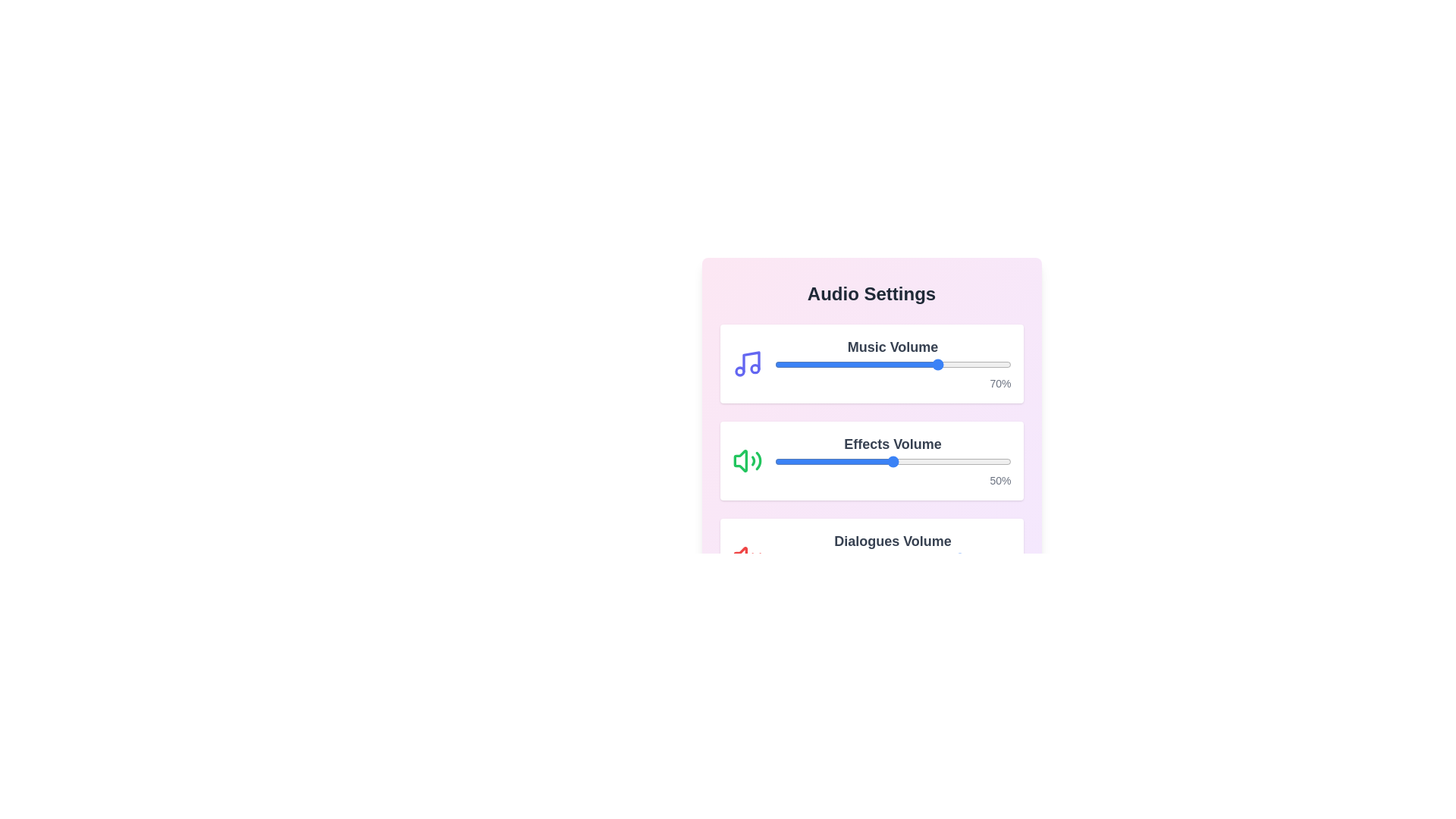 The width and height of the screenshot is (1456, 819). What do you see at coordinates (883, 558) in the screenshot?
I see `the Dialogues Volume slider to 46%` at bounding box center [883, 558].